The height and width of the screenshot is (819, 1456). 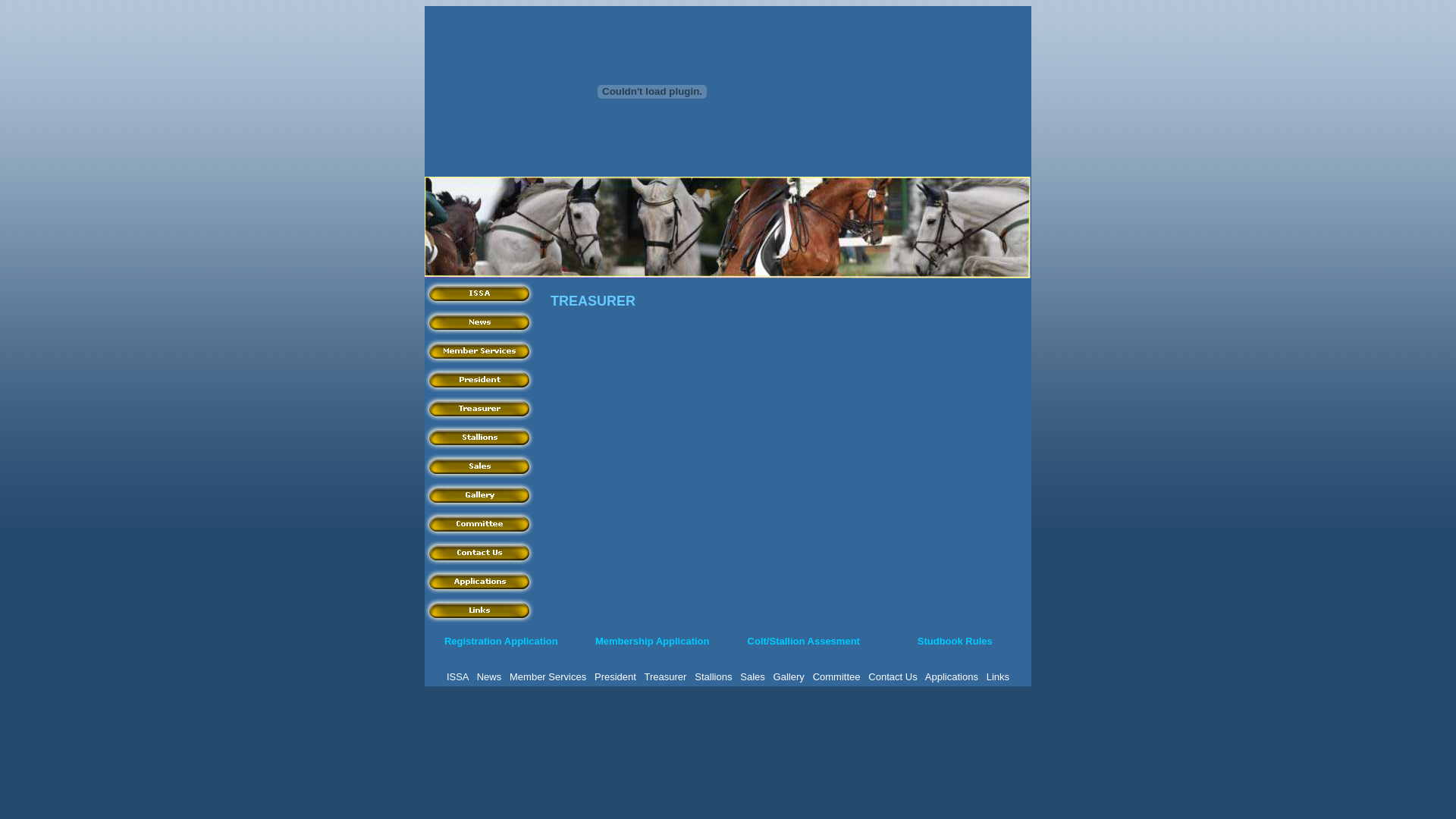 I want to click on 'Member Services', so click(x=479, y=350).